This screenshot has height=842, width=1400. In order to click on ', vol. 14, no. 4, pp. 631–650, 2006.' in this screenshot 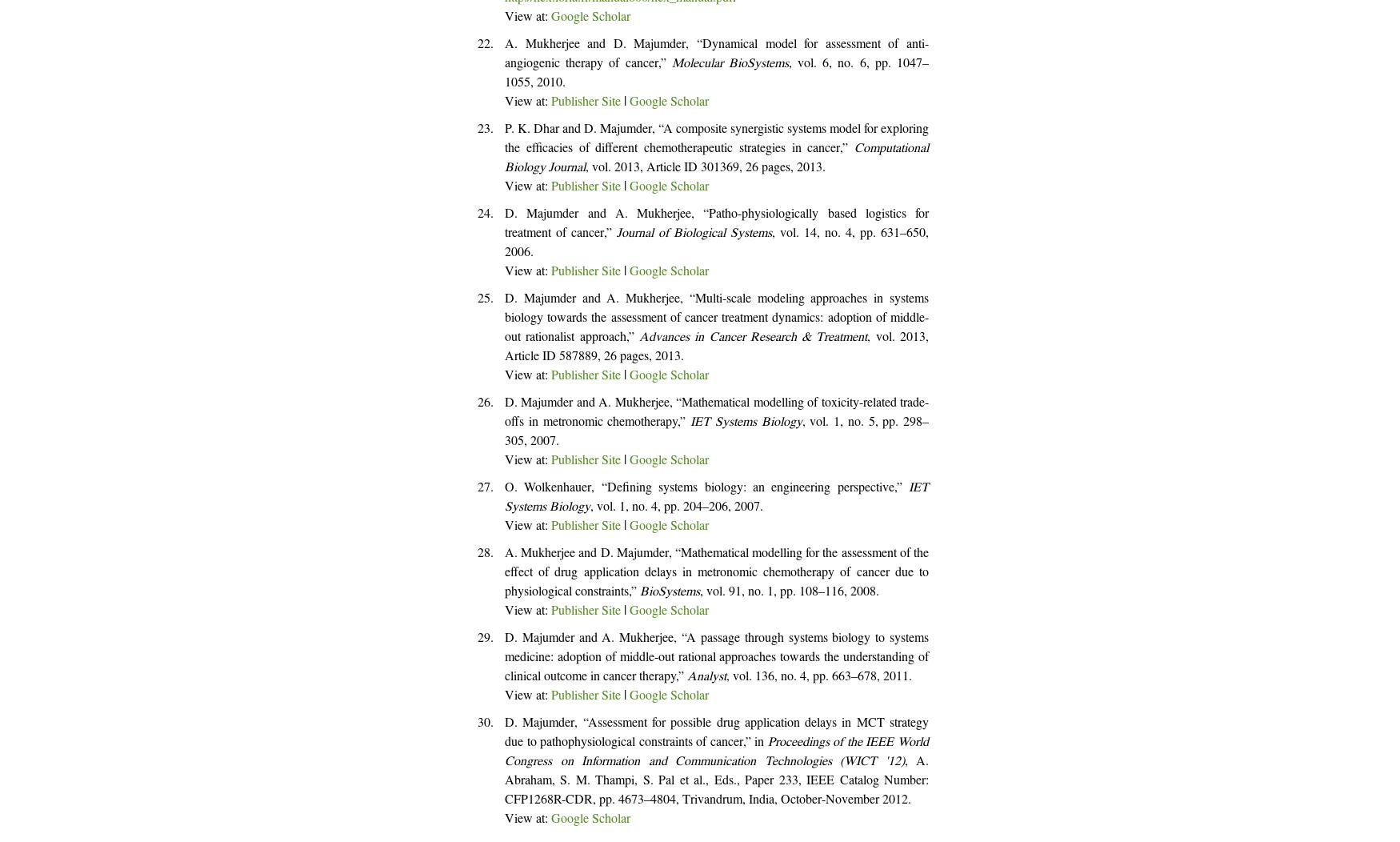, I will do `click(716, 243)`.